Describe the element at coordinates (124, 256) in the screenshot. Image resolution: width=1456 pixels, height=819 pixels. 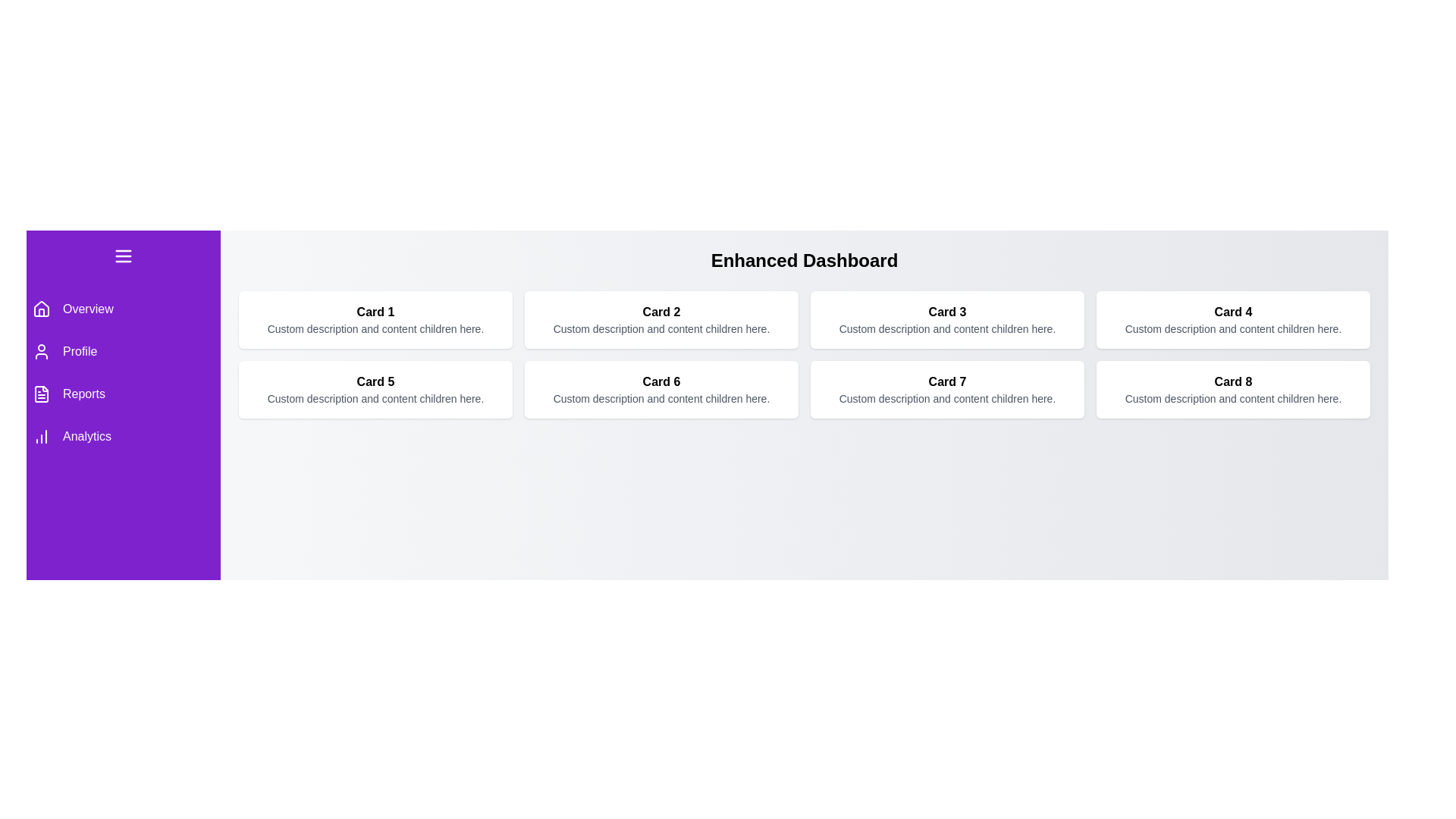
I see `menu button to toggle the sidebar` at that location.